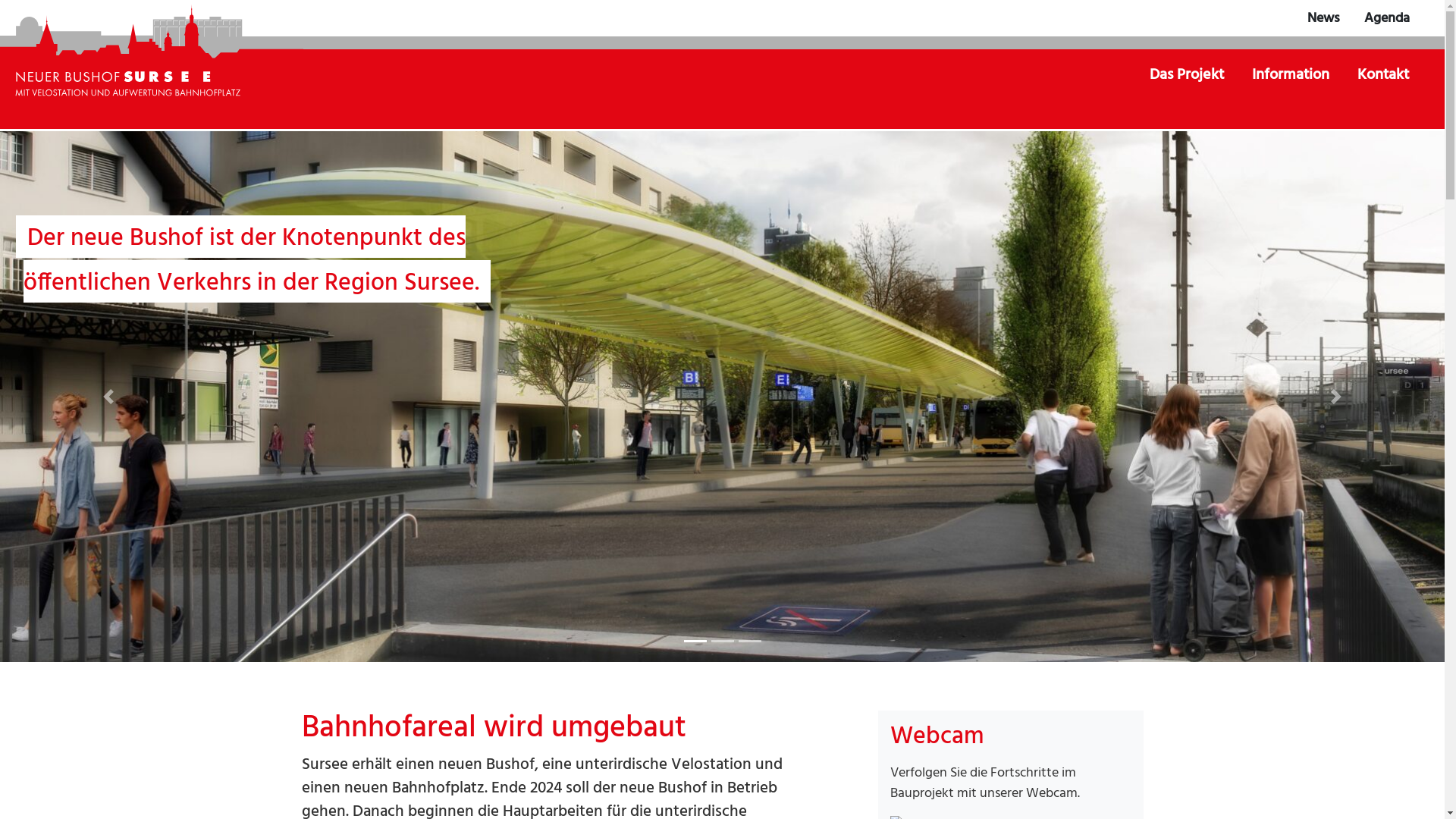 This screenshot has height=819, width=1456. What do you see at coordinates (1187, 75) in the screenshot?
I see `'Das Projekt'` at bounding box center [1187, 75].